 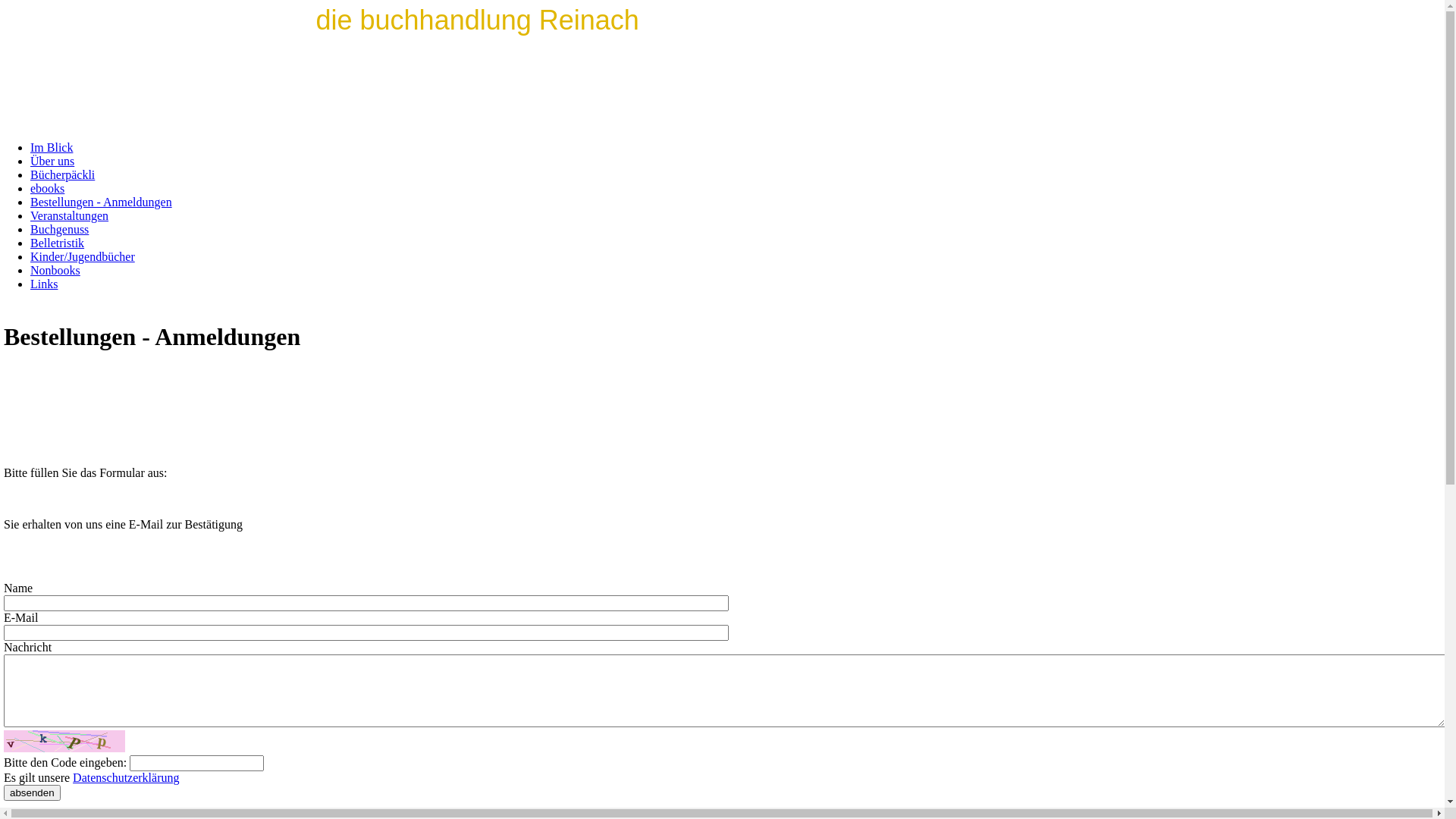 What do you see at coordinates (47, 187) in the screenshot?
I see `'ebooks'` at bounding box center [47, 187].